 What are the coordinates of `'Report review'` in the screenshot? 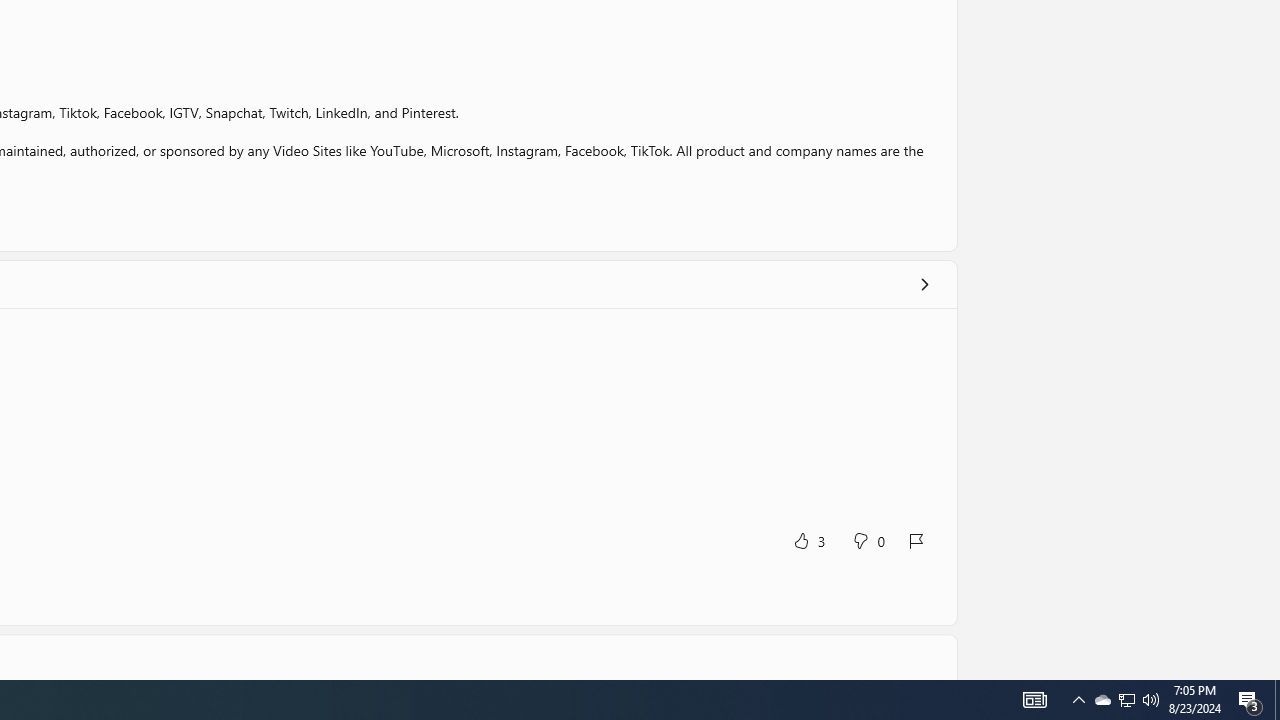 It's located at (916, 541).